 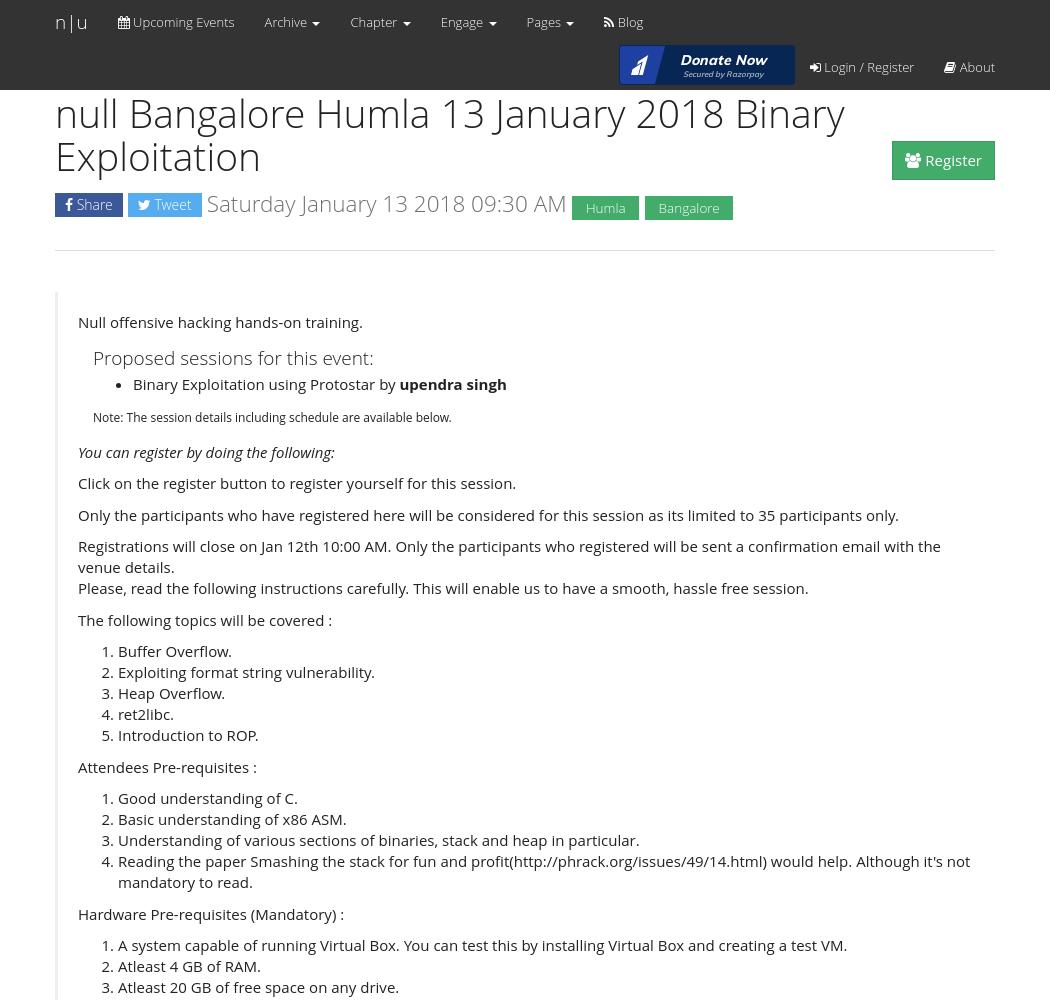 I want to click on 'Heap Overflow.', so click(x=171, y=692).